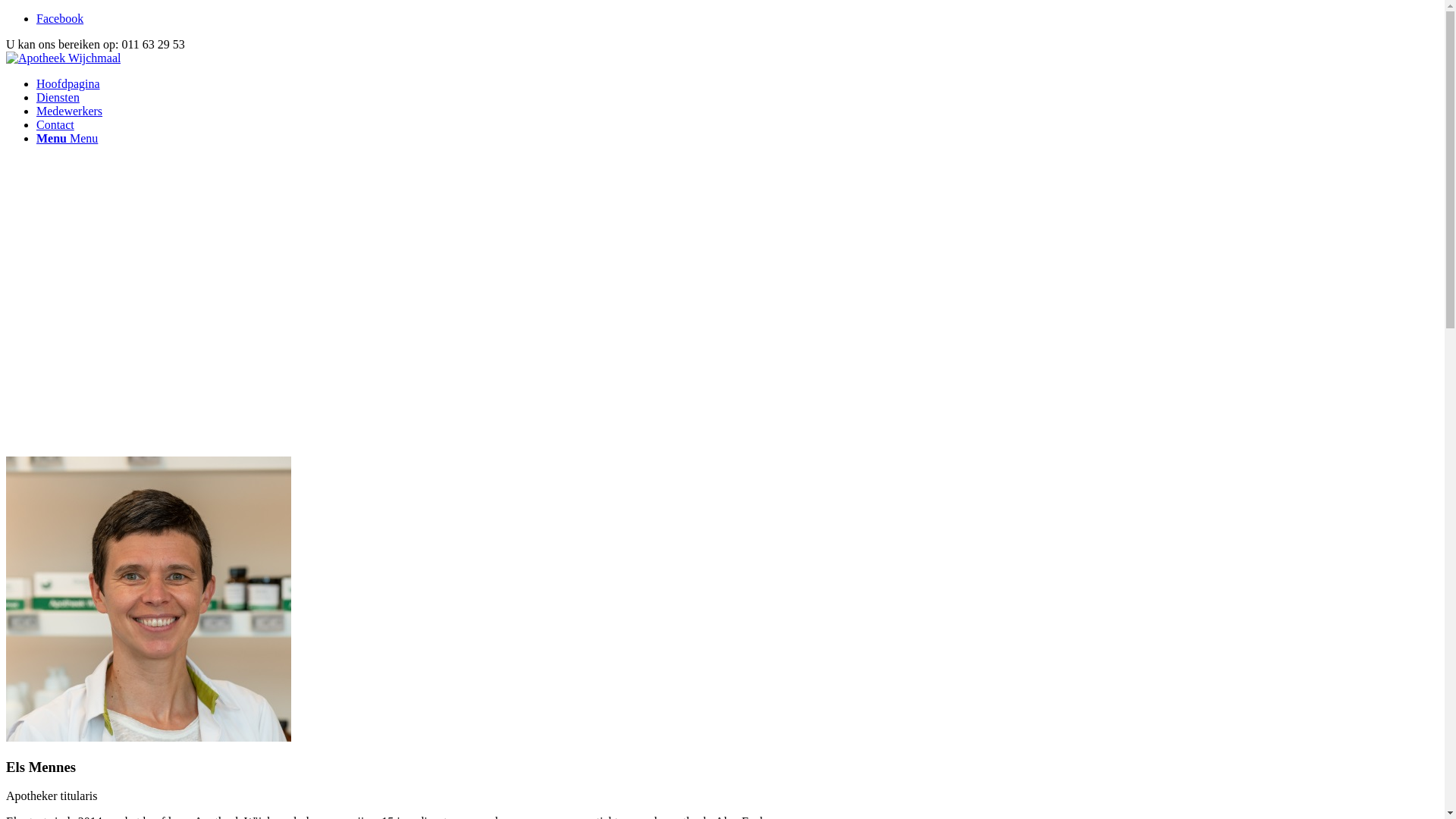 The image size is (1456, 819). What do you see at coordinates (58, 97) in the screenshot?
I see `'Diensten'` at bounding box center [58, 97].